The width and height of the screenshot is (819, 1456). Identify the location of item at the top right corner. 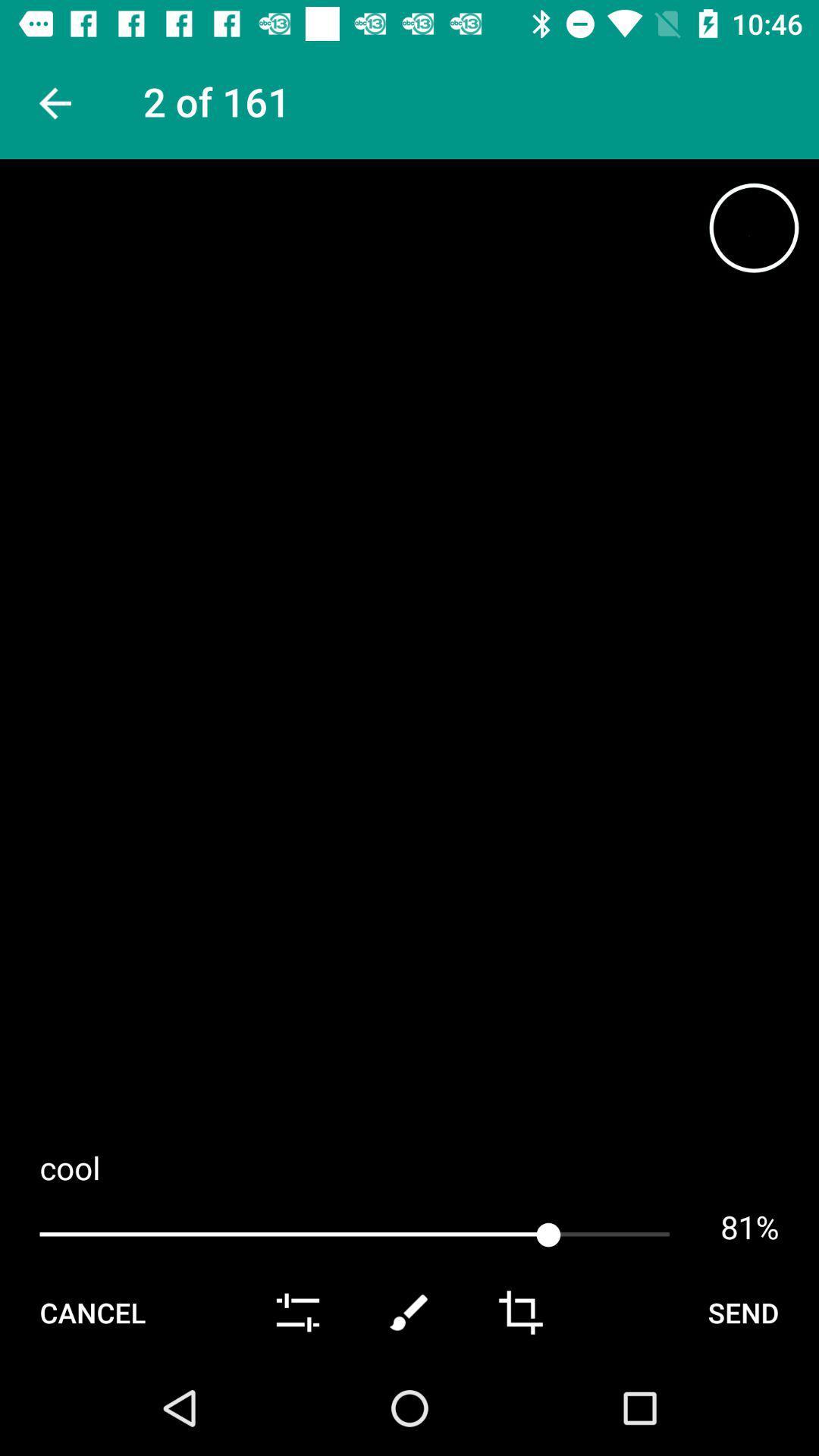
(754, 227).